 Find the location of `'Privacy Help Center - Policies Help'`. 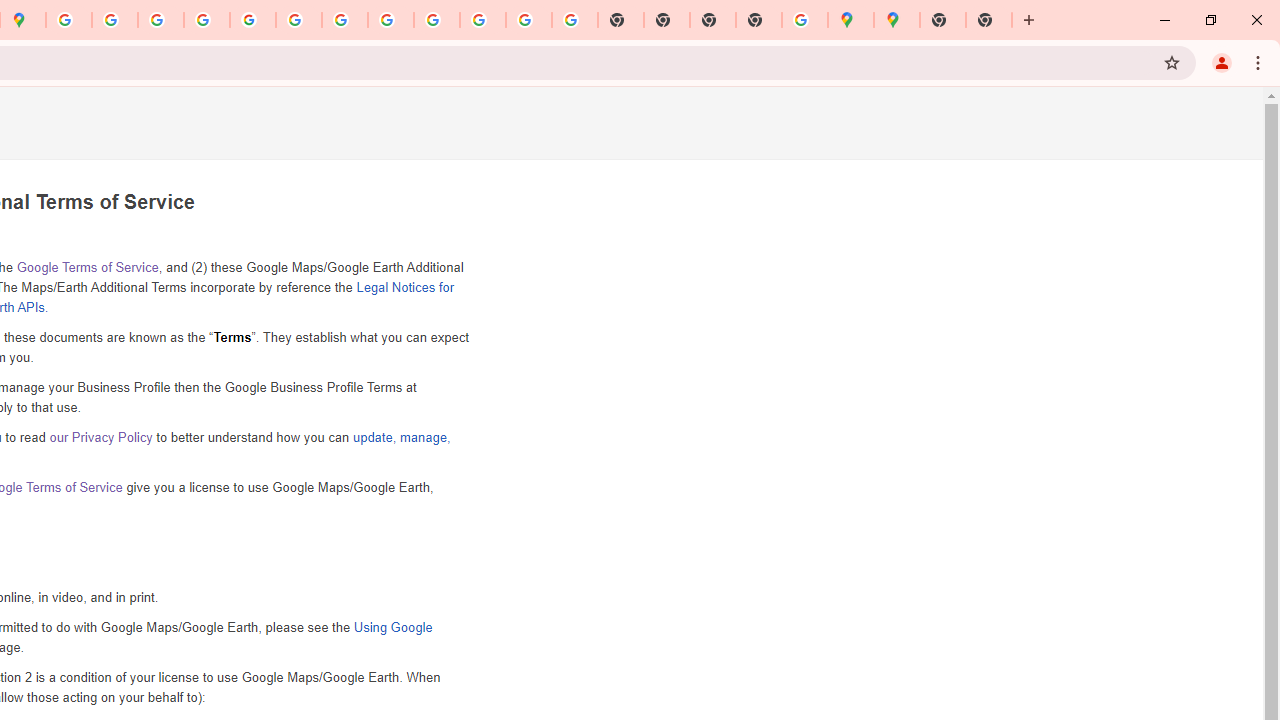

'Privacy Help Center - Policies Help' is located at coordinates (161, 20).